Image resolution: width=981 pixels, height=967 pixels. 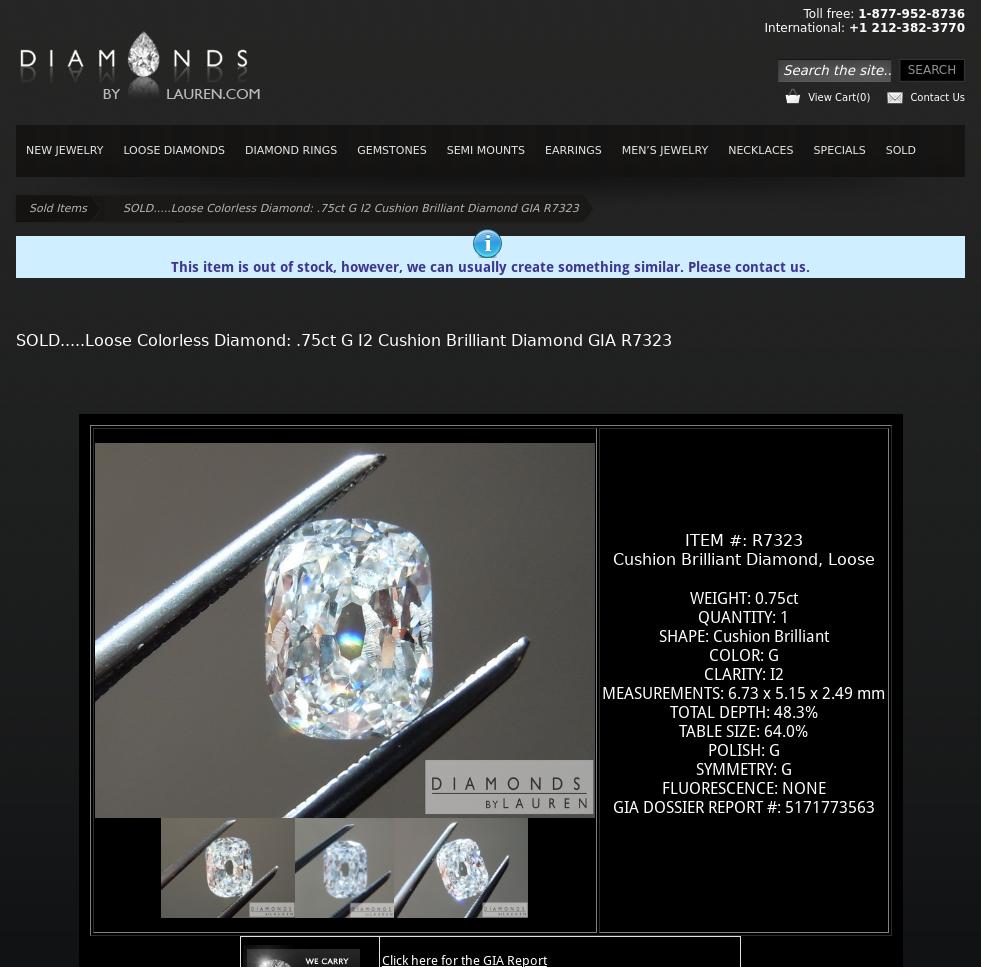 I want to click on 'TABLE SIZE: 64.0%', so click(x=743, y=729).